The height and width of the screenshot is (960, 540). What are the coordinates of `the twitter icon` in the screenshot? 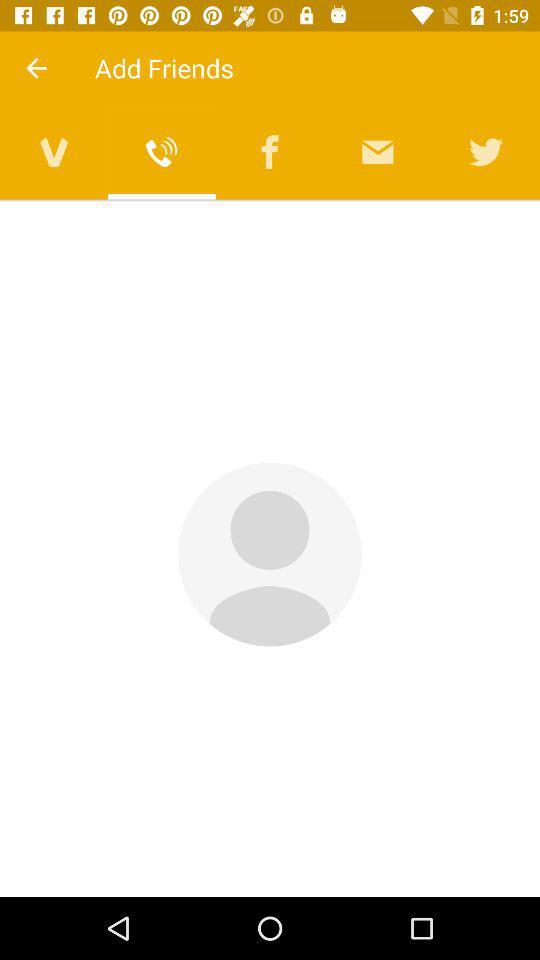 It's located at (485, 151).